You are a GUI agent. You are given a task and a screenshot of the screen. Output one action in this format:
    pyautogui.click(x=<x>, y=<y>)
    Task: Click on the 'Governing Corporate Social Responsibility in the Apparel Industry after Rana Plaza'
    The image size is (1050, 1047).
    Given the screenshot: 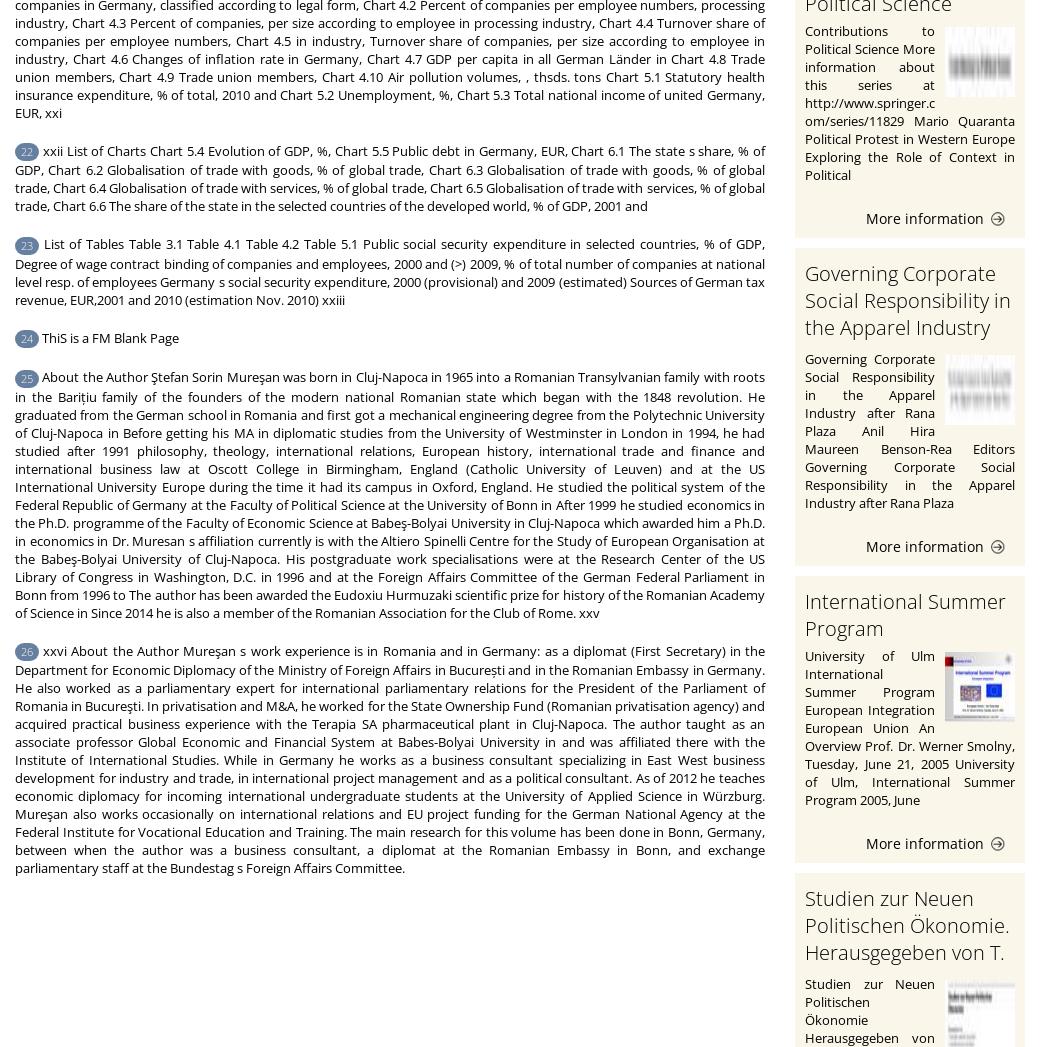 What is the action you would take?
    pyautogui.click(x=908, y=311)
    